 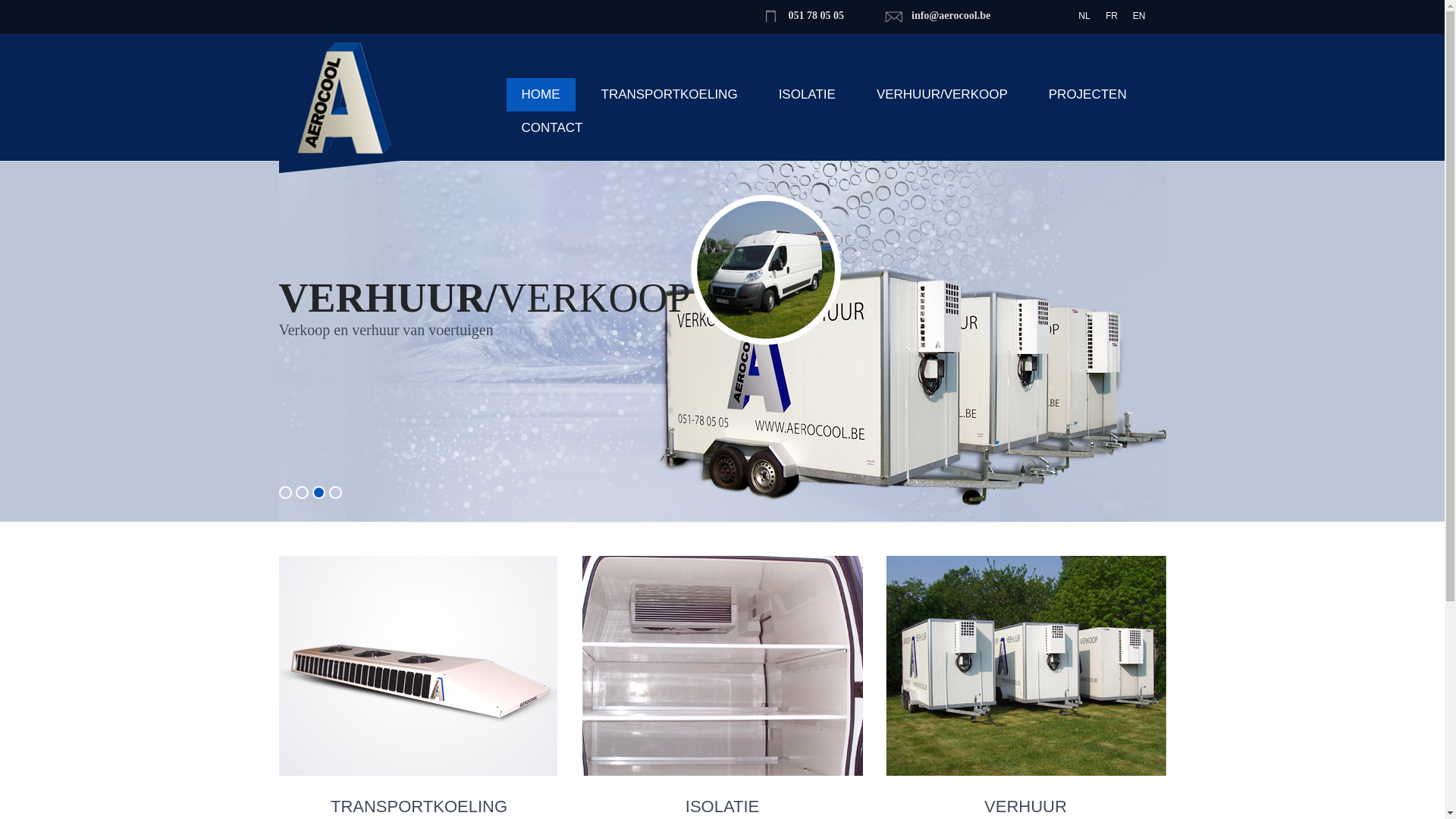 What do you see at coordinates (1083, 17) in the screenshot?
I see `'NL'` at bounding box center [1083, 17].